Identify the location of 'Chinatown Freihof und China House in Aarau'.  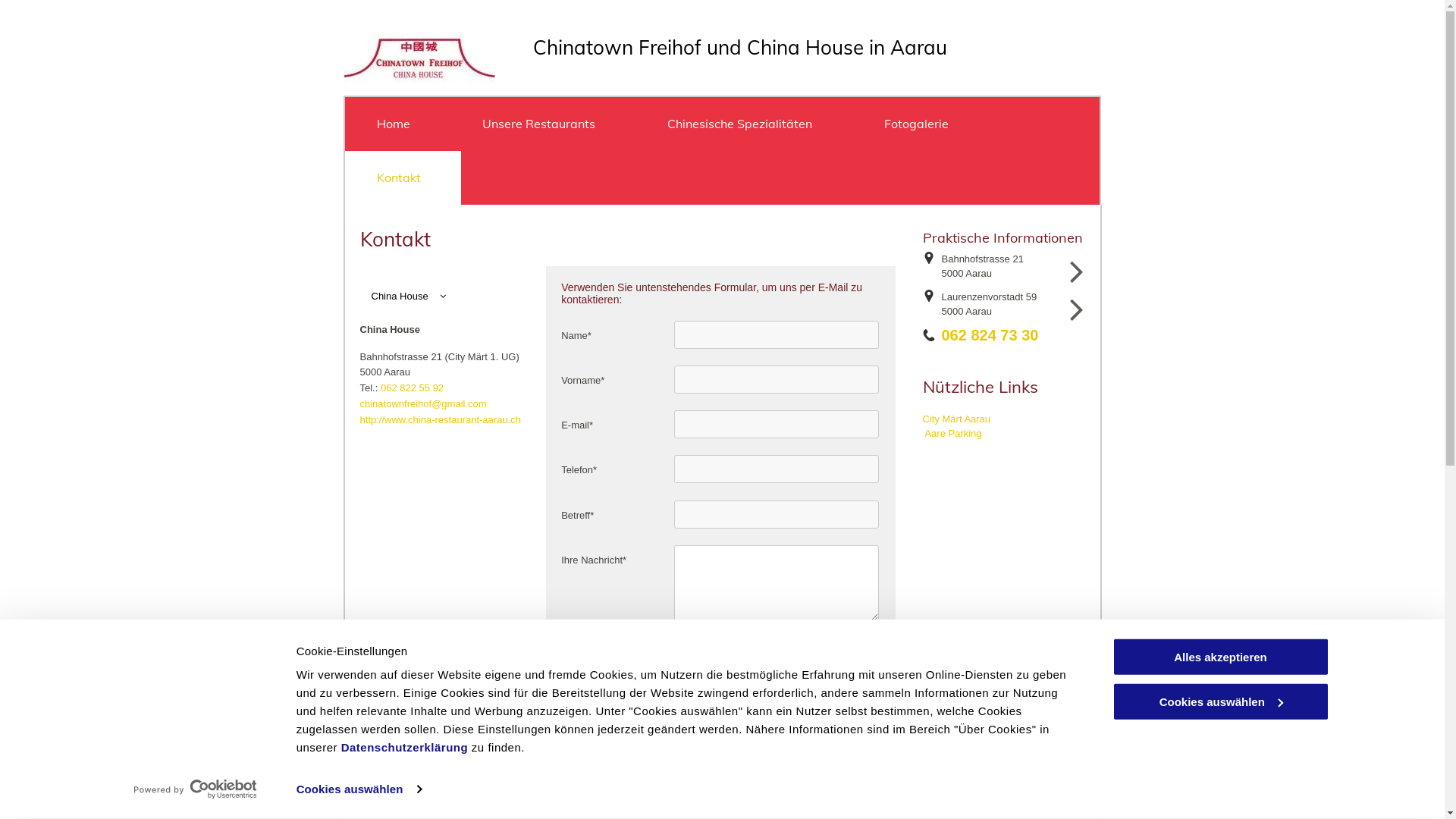
(739, 46).